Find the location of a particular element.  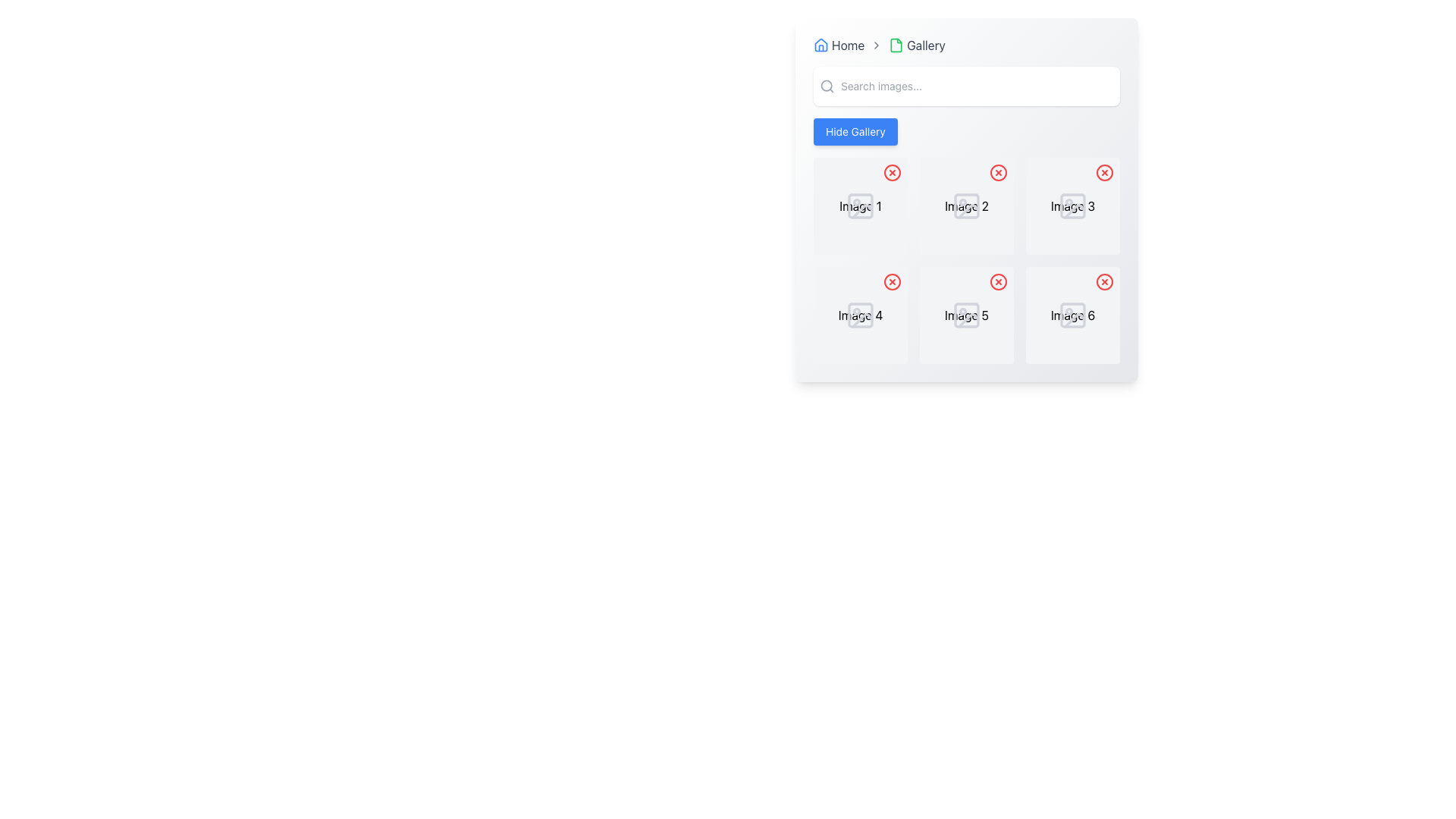

the 'Home' icon in the navigation header bar is located at coordinates (821, 43).